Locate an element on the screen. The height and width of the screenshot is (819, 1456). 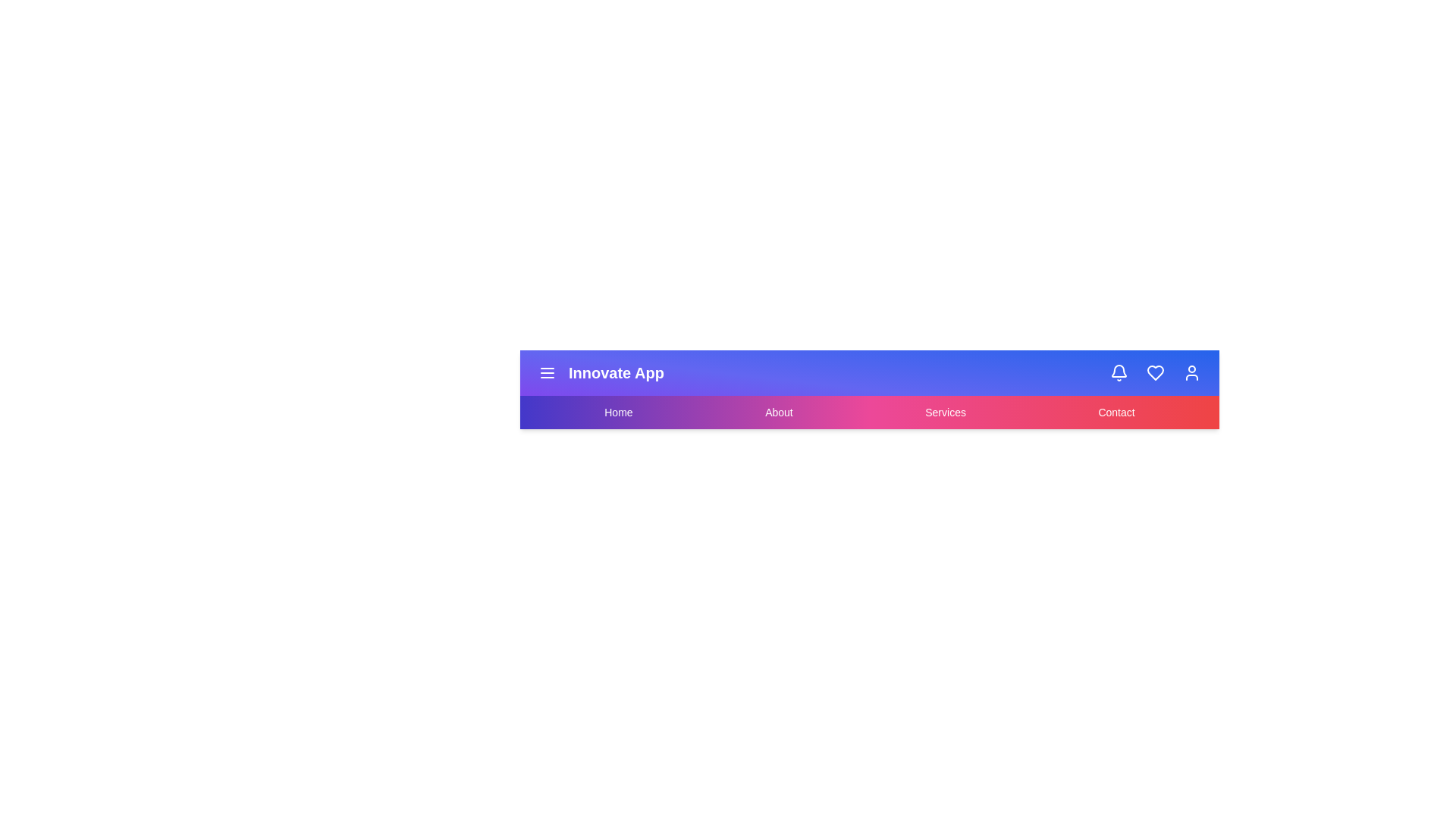
the interactive element Heart Icon is located at coordinates (1154, 373).